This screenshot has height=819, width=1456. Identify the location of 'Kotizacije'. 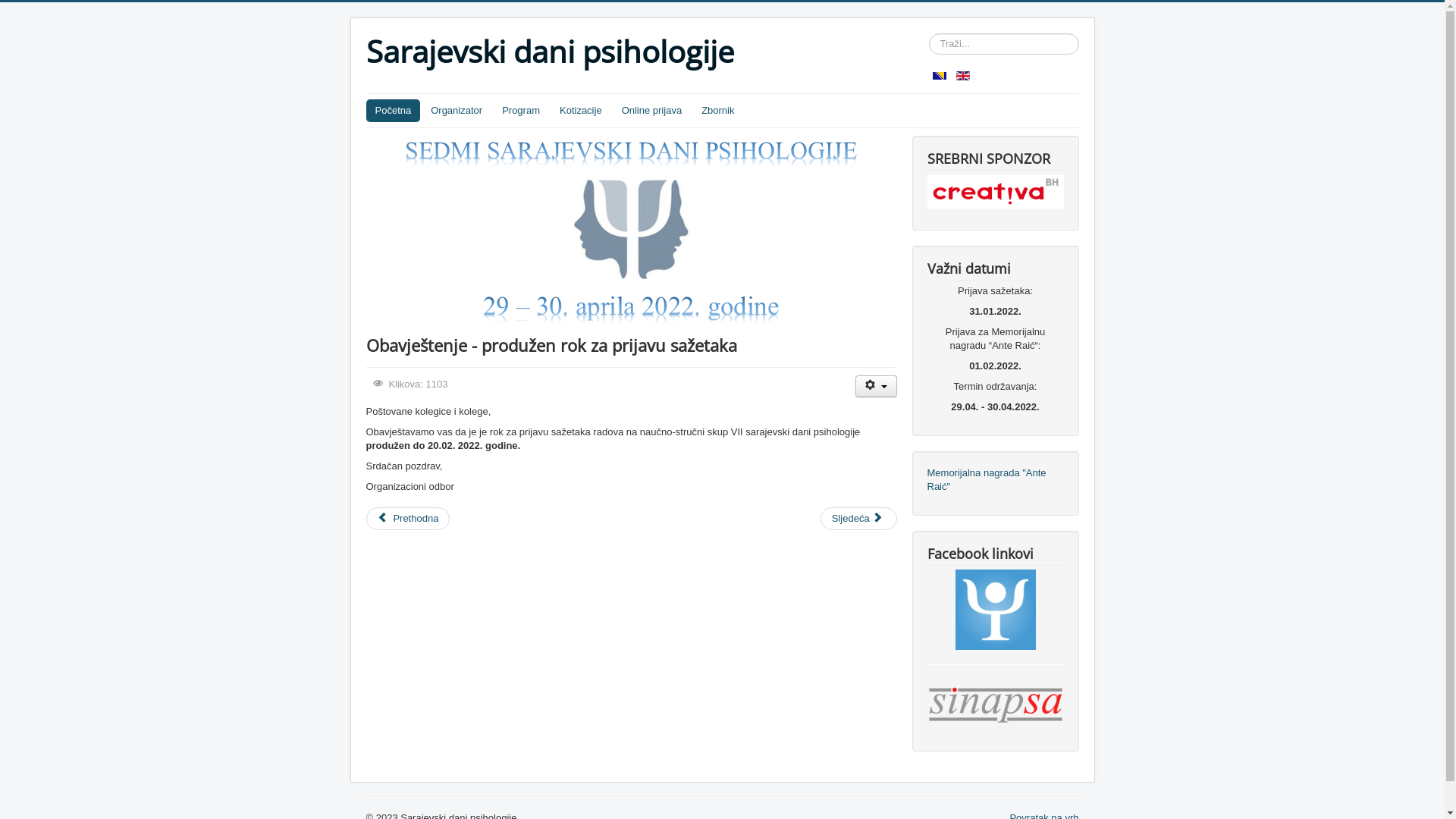
(580, 110).